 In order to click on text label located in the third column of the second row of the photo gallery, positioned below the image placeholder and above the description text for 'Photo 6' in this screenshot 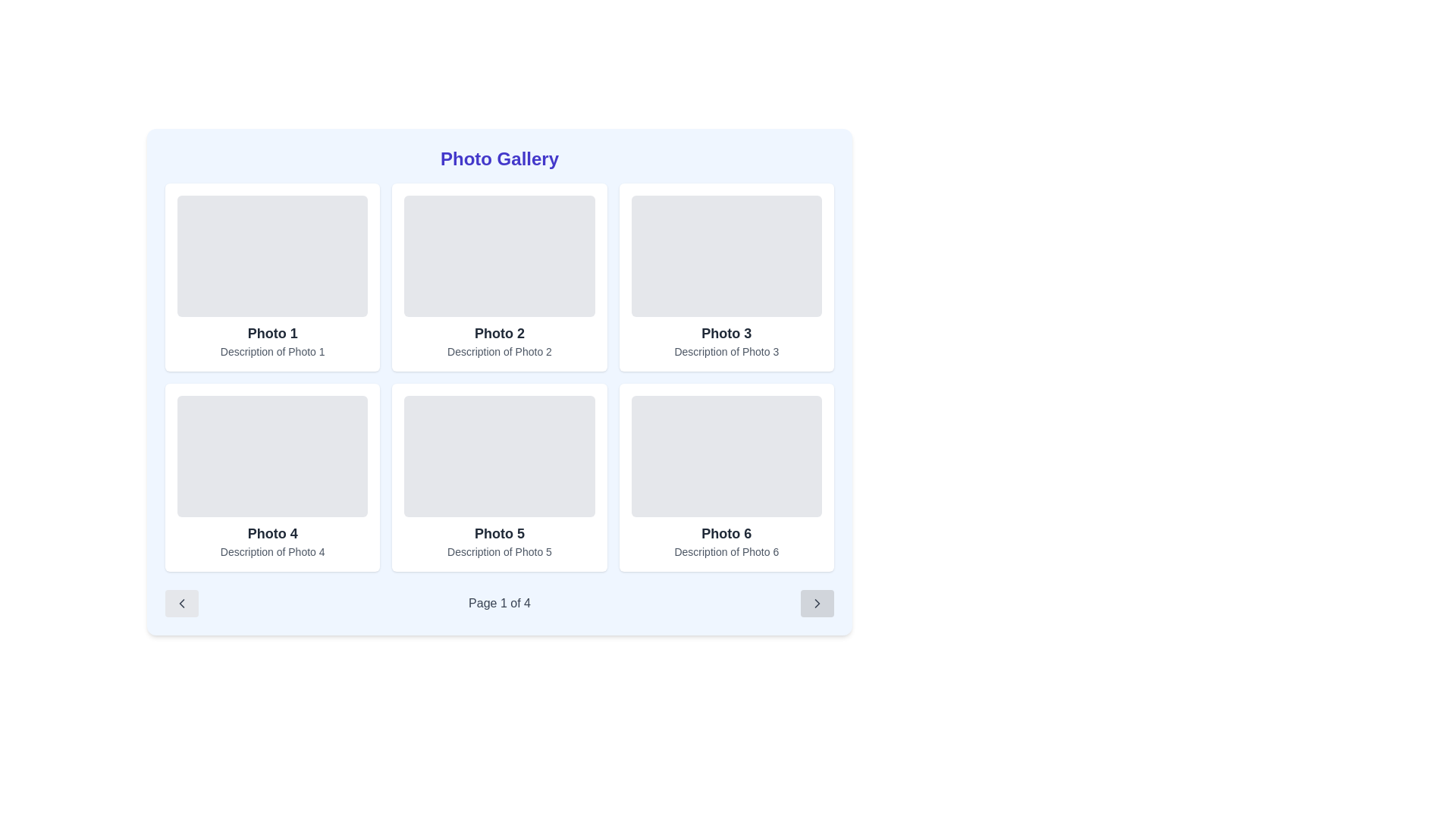, I will do `click(726, 533)`.